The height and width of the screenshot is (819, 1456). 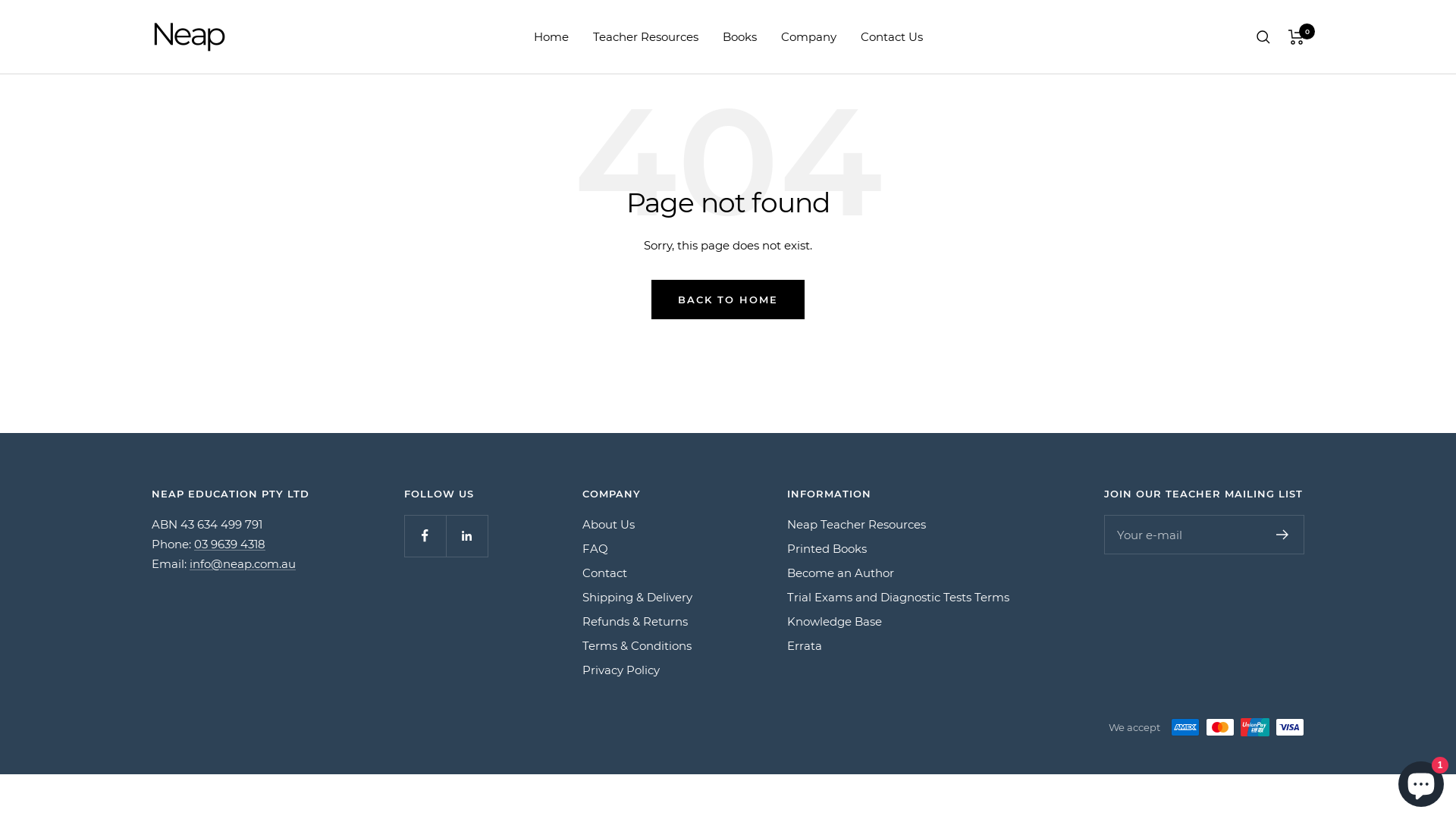 I want to click on 'Knowledge Base', so click(x=833, y=622).